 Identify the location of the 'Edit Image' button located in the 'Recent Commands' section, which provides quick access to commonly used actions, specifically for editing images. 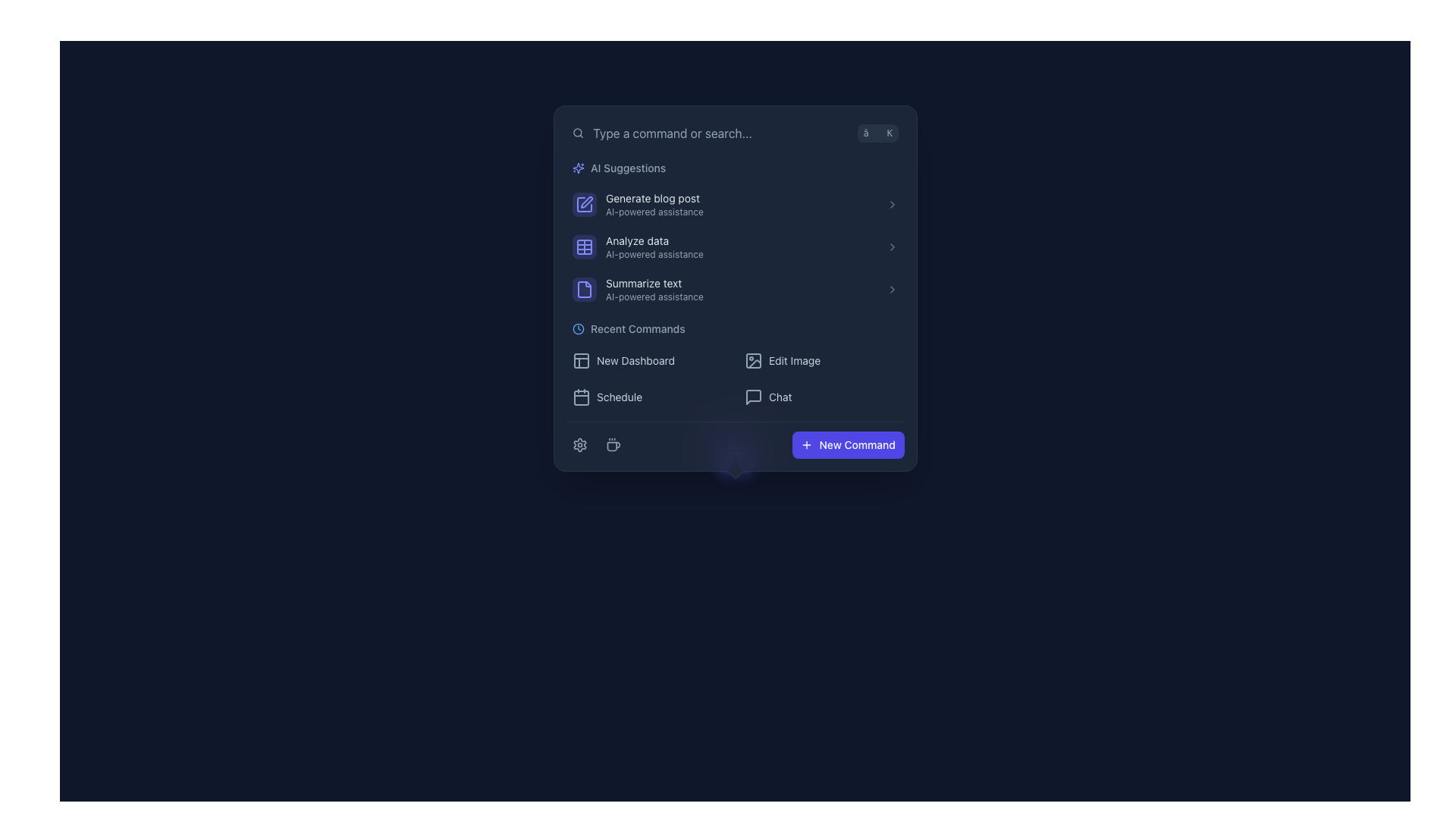
(735, 366).